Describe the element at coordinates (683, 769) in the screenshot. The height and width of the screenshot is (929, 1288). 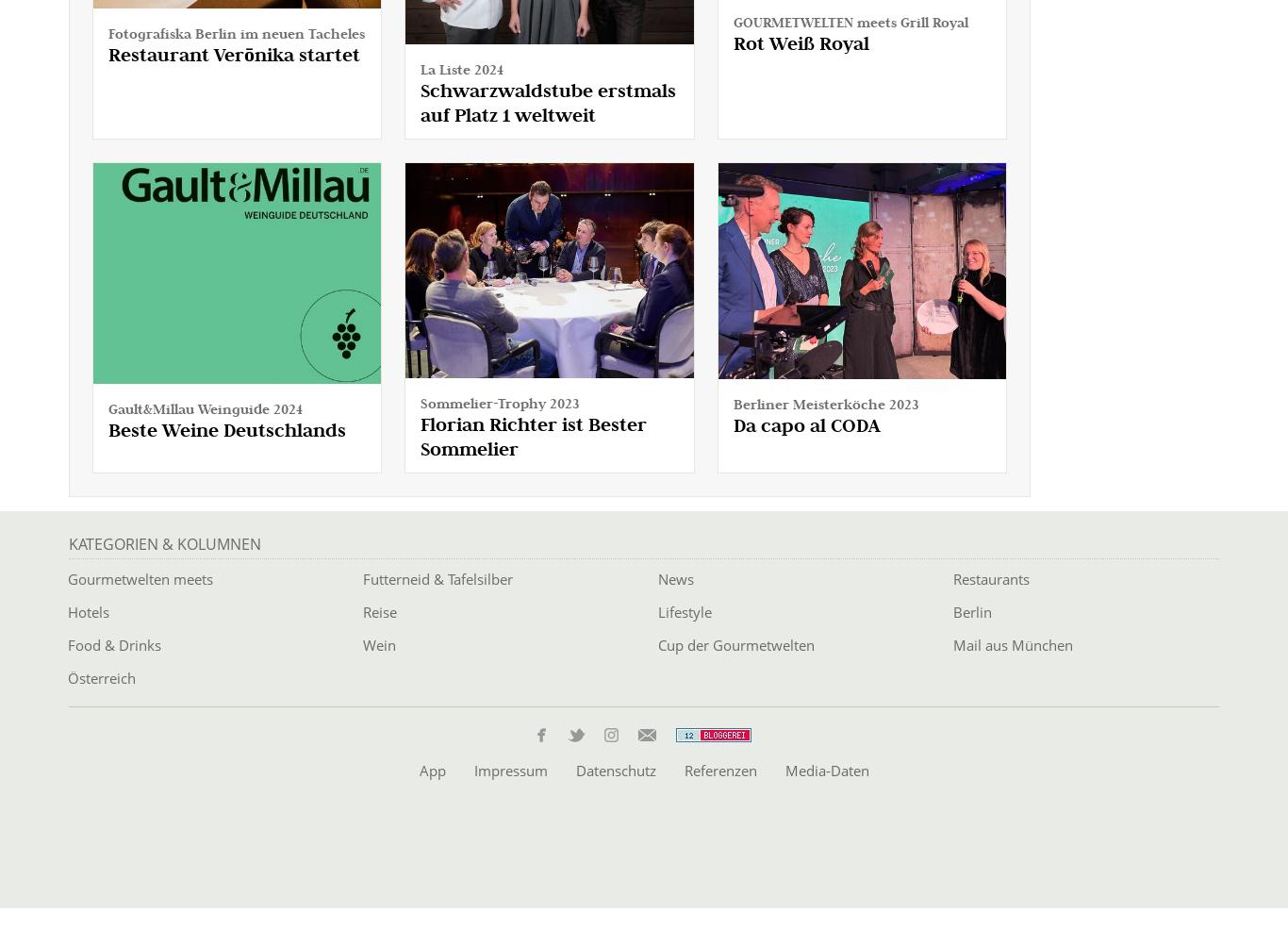
I see `'Referenzen'` at that location.